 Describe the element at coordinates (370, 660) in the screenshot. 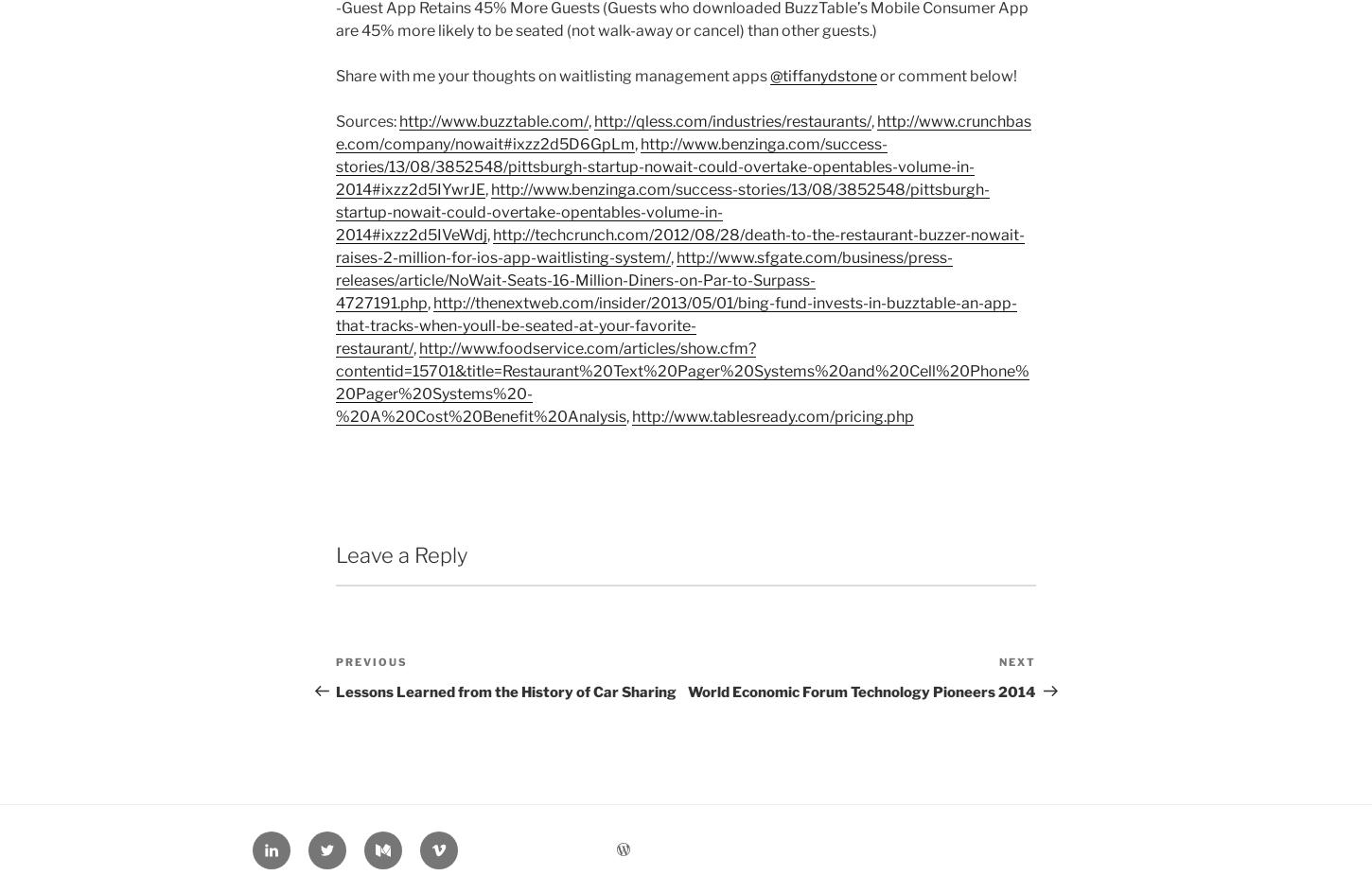

I see `'Previous'` at that location.